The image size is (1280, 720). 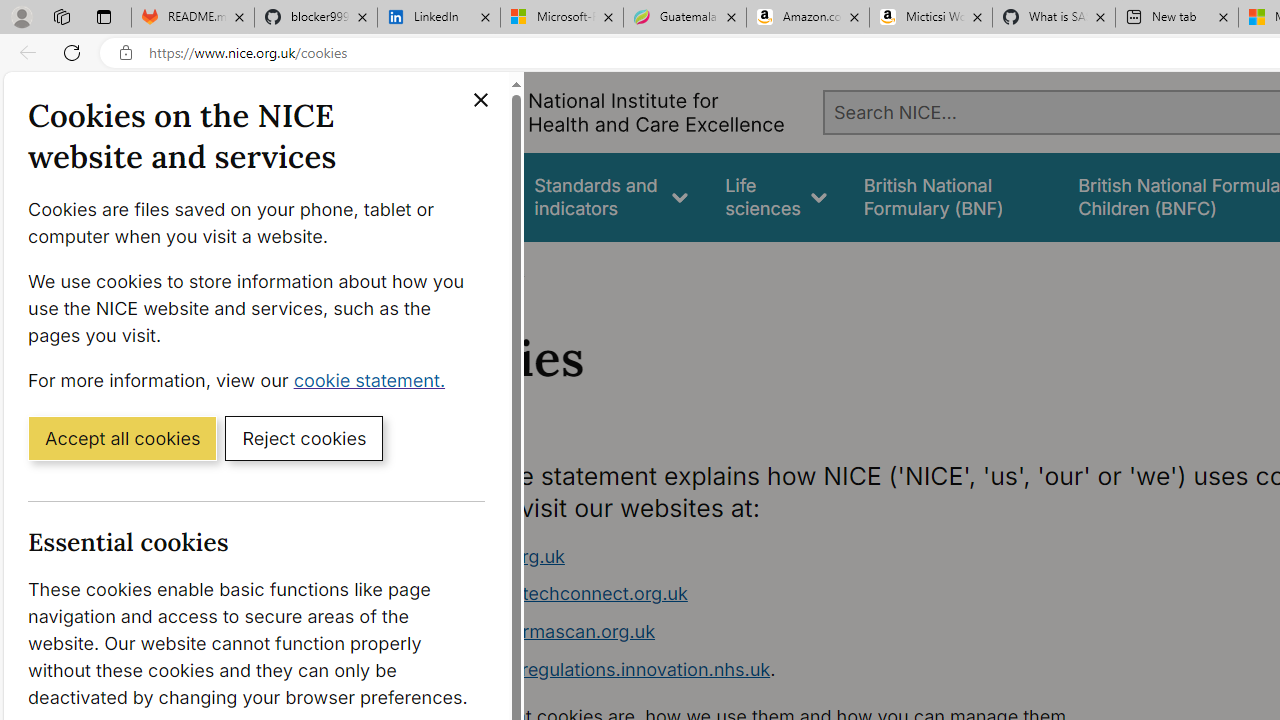 I want to click on 'Life sciences', so click(x=775, y=197).